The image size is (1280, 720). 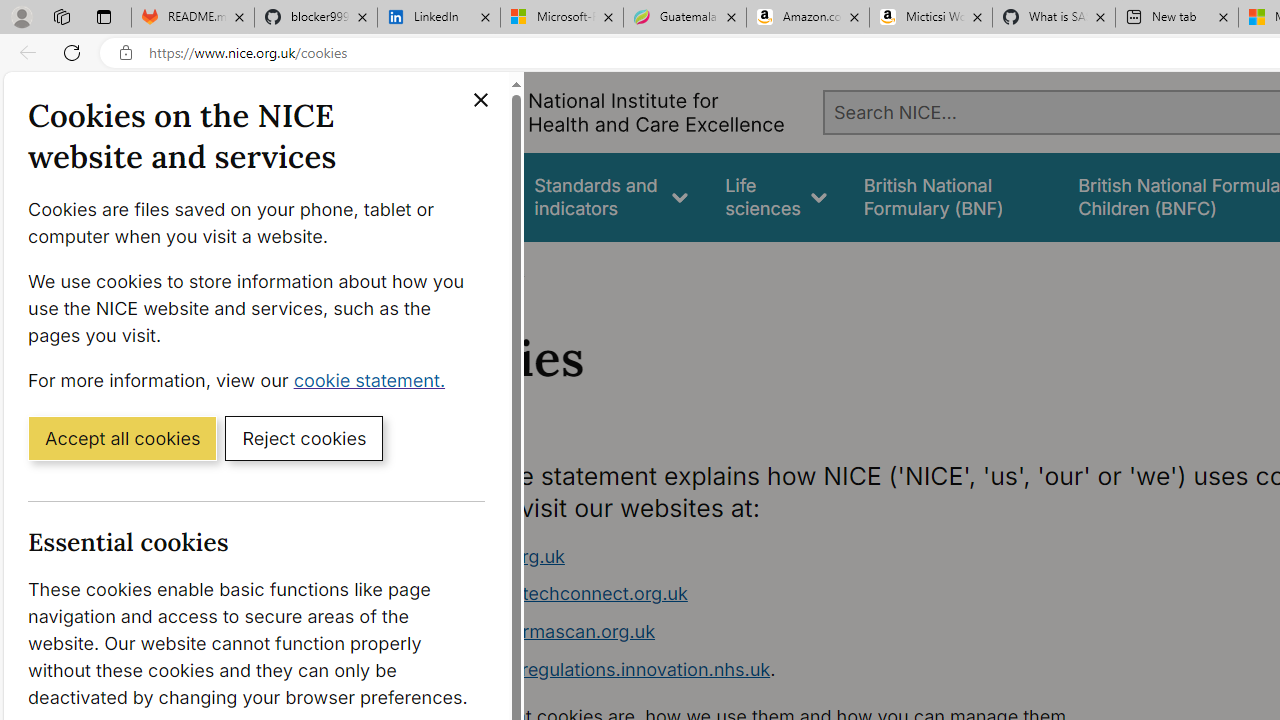 I want to click on 'Life sciences', so click(x=775, y=197).